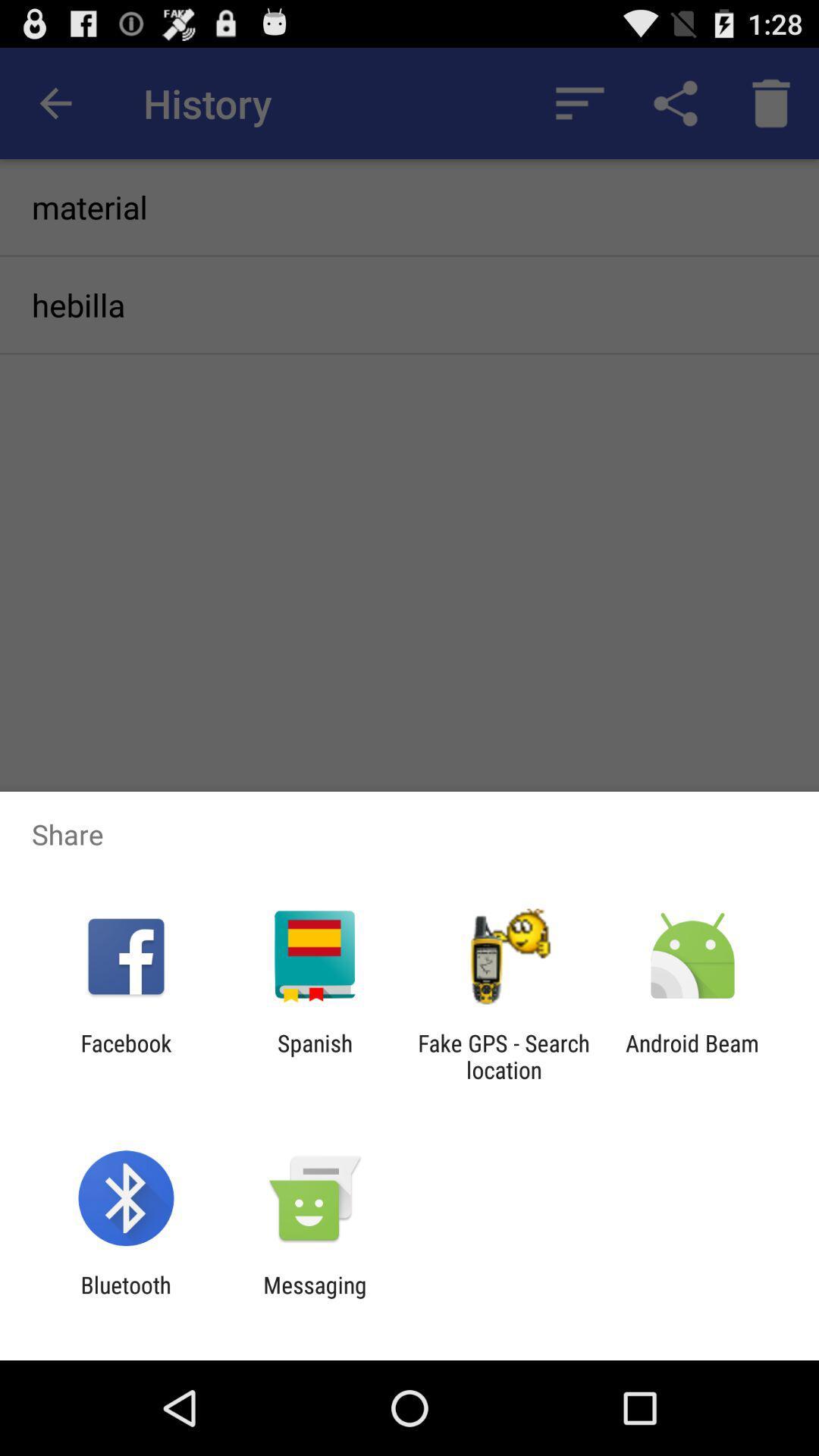 The width and height of the screenshot is (819, 1456). Describe the element at coordinates (314, 1298) in the screenshot. I see `the messaging icon` at that location.